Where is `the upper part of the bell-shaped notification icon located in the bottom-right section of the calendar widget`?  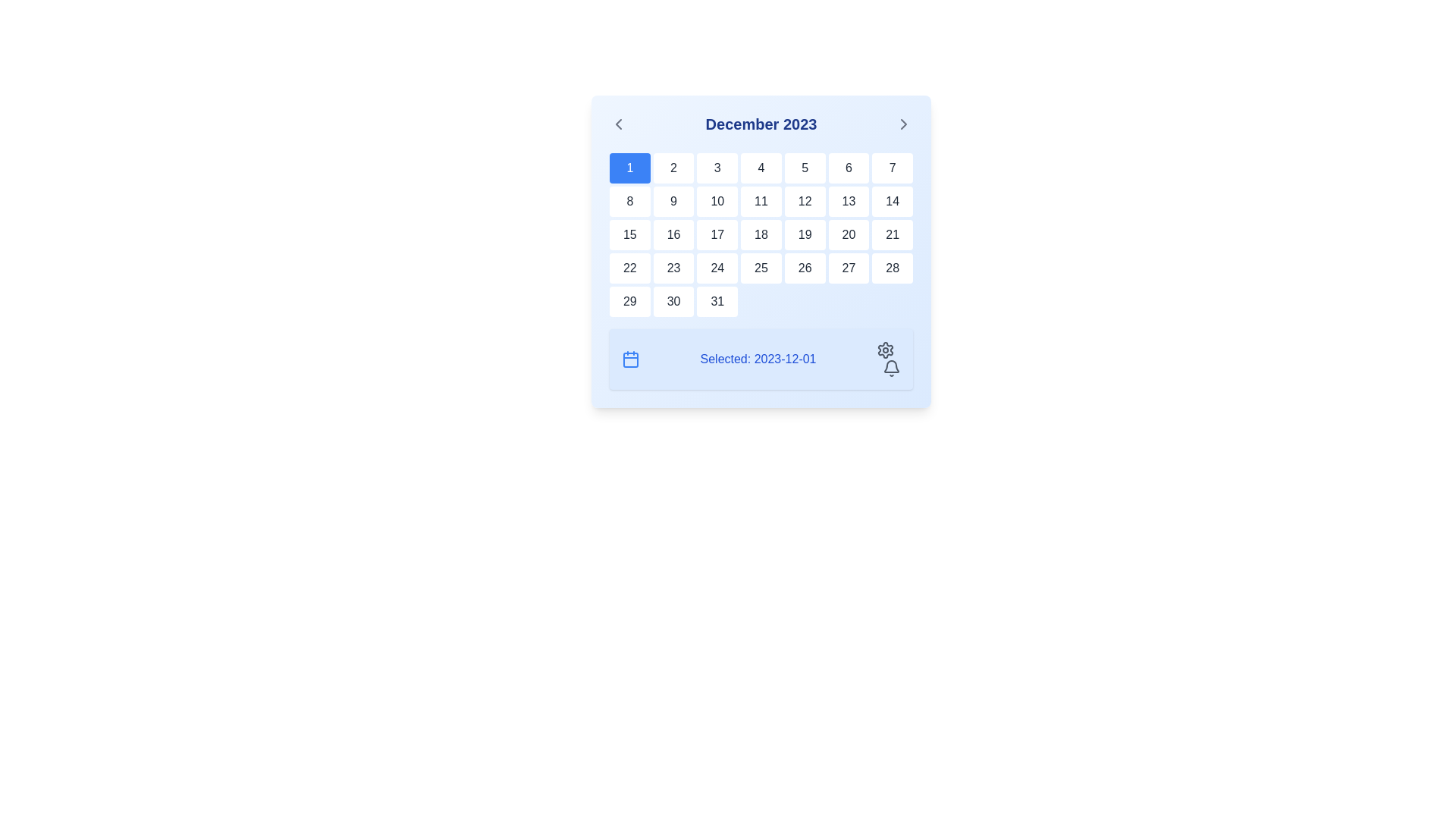 the upper part of the bell-shaped notification icon located in the bottom-right section of the calendar widget is located at coordinates (892, 366).